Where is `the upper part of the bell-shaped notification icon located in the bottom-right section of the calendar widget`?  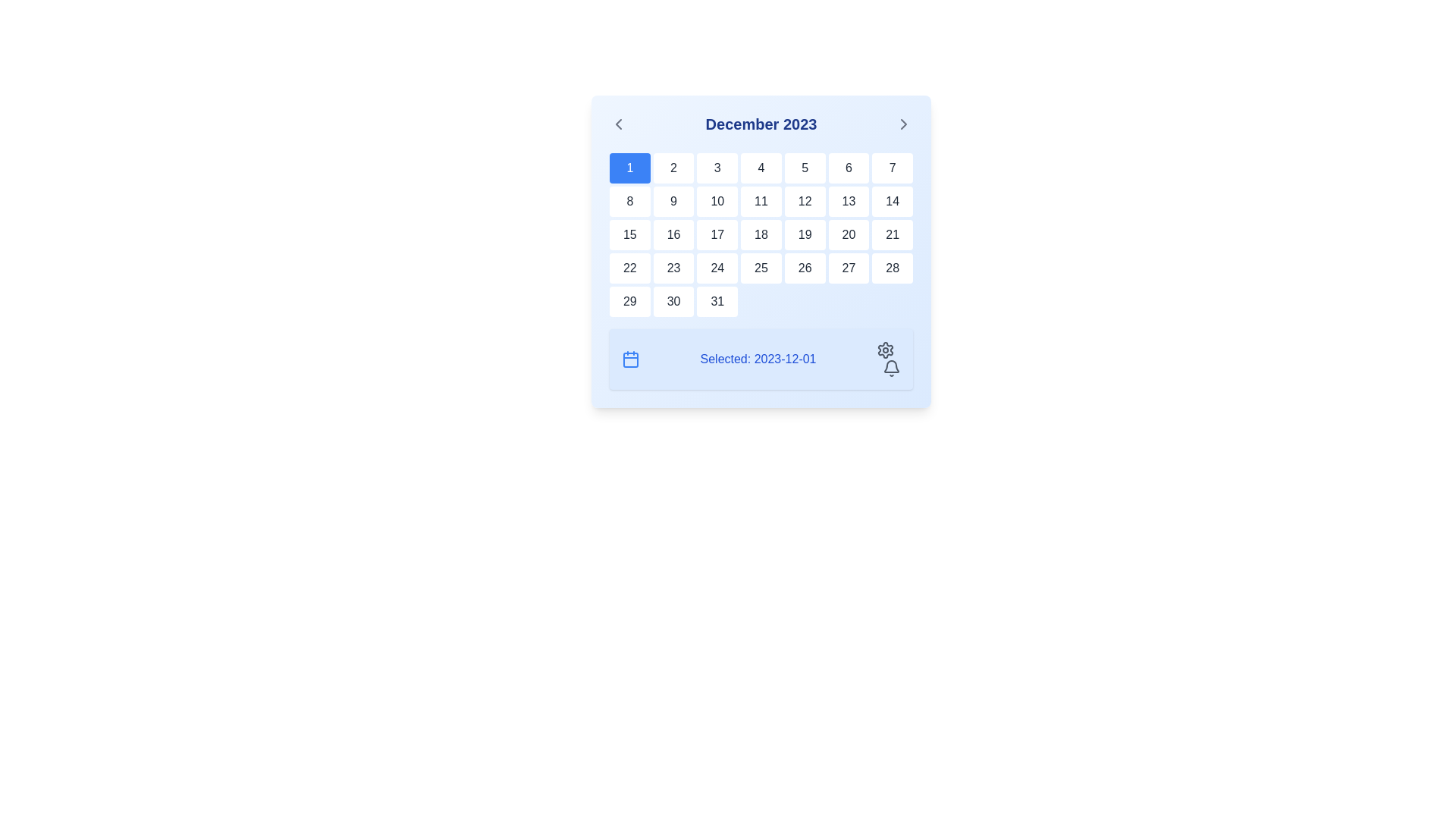 the upper part of the bell-shaped notification icon located in the bottom-right section of the calendar widget is located at coordinates (892, 366).